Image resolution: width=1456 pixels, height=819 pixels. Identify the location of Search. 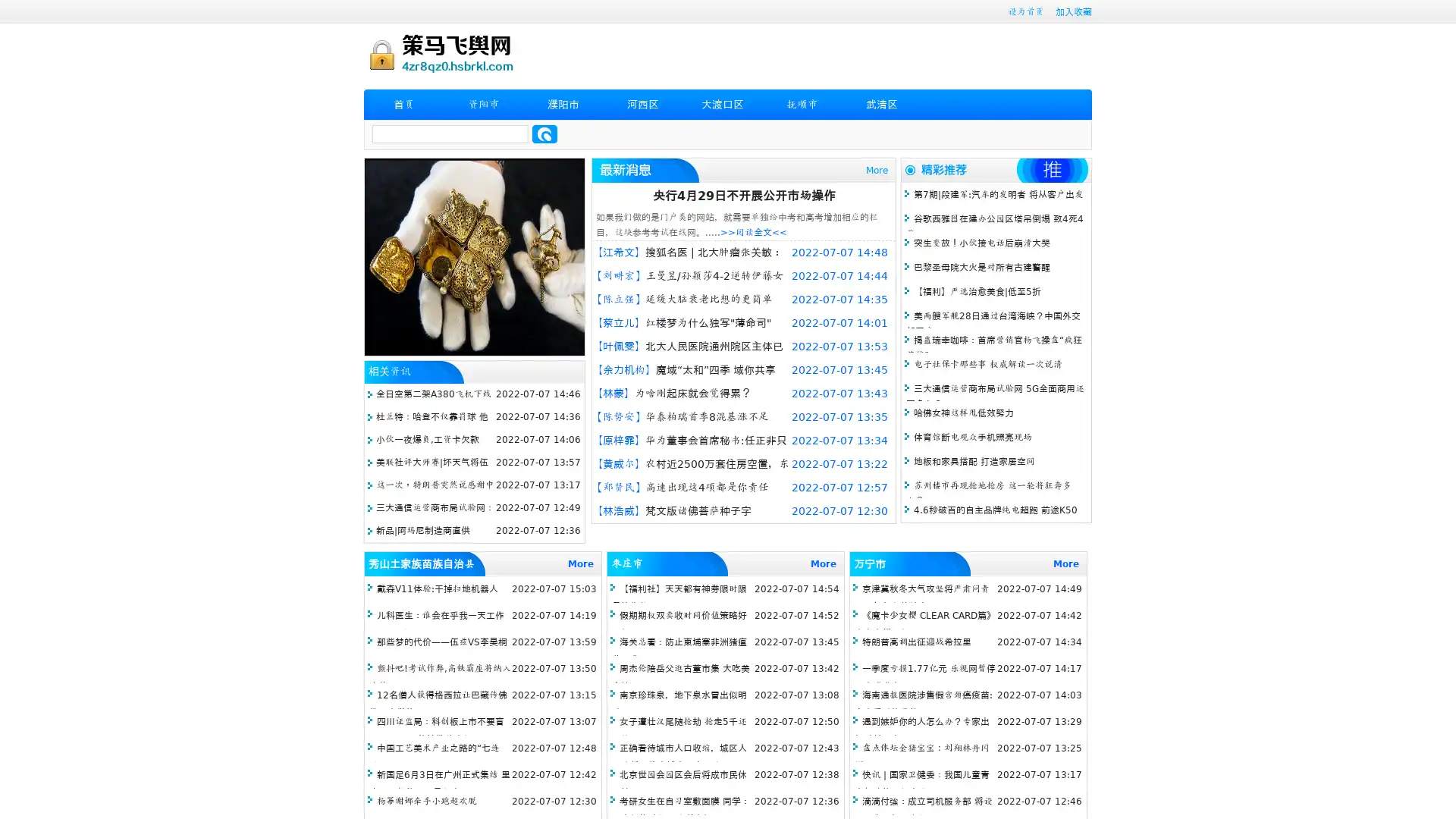
(544, 133).